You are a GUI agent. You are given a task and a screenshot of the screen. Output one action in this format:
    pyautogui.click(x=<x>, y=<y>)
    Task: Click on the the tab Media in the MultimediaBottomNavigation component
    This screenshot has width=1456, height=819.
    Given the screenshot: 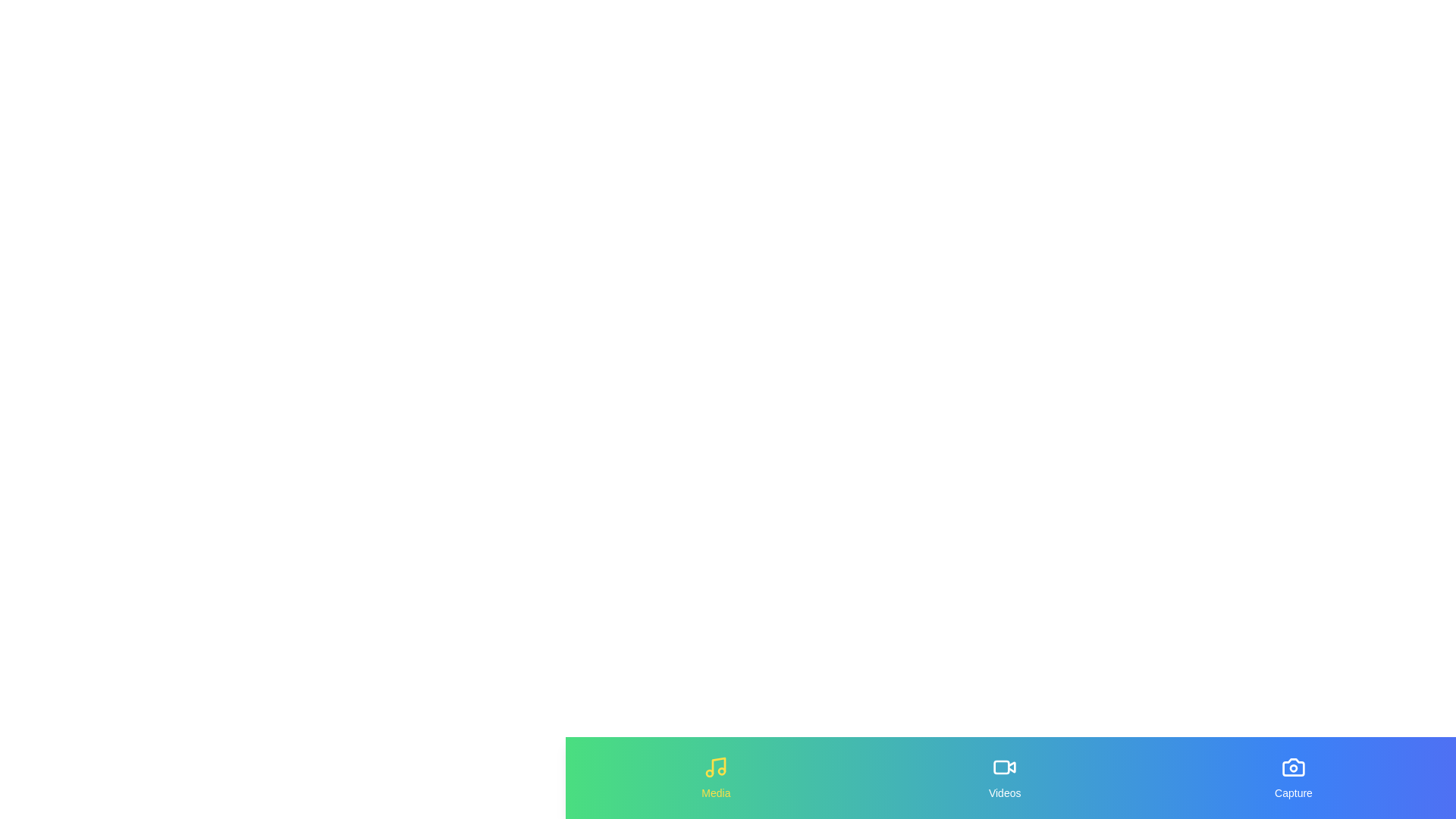 What is the action you would take?
    pyautogui.click(x=715, y=778)
    